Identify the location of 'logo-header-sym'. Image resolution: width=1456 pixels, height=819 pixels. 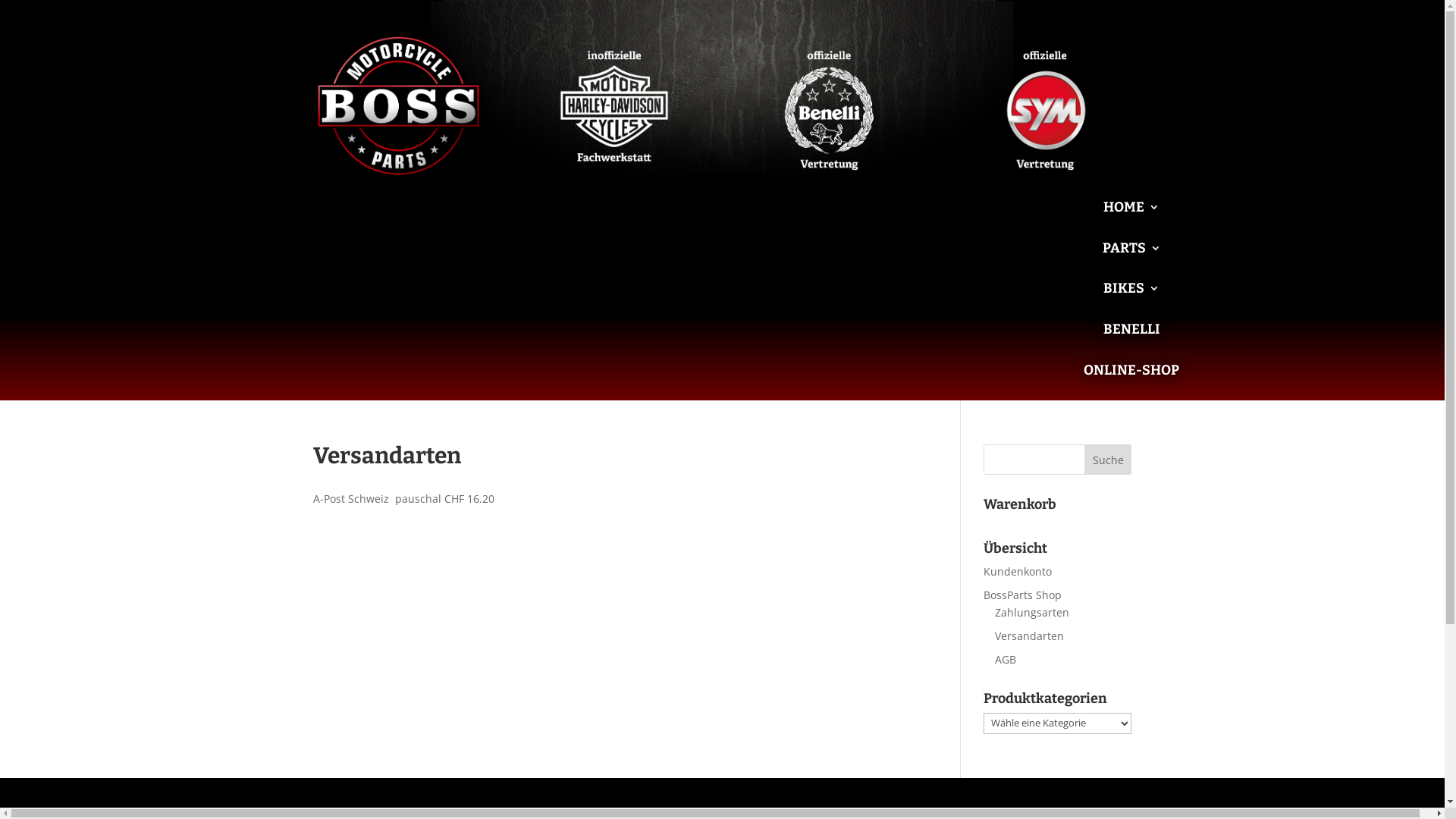
(1045, 105).